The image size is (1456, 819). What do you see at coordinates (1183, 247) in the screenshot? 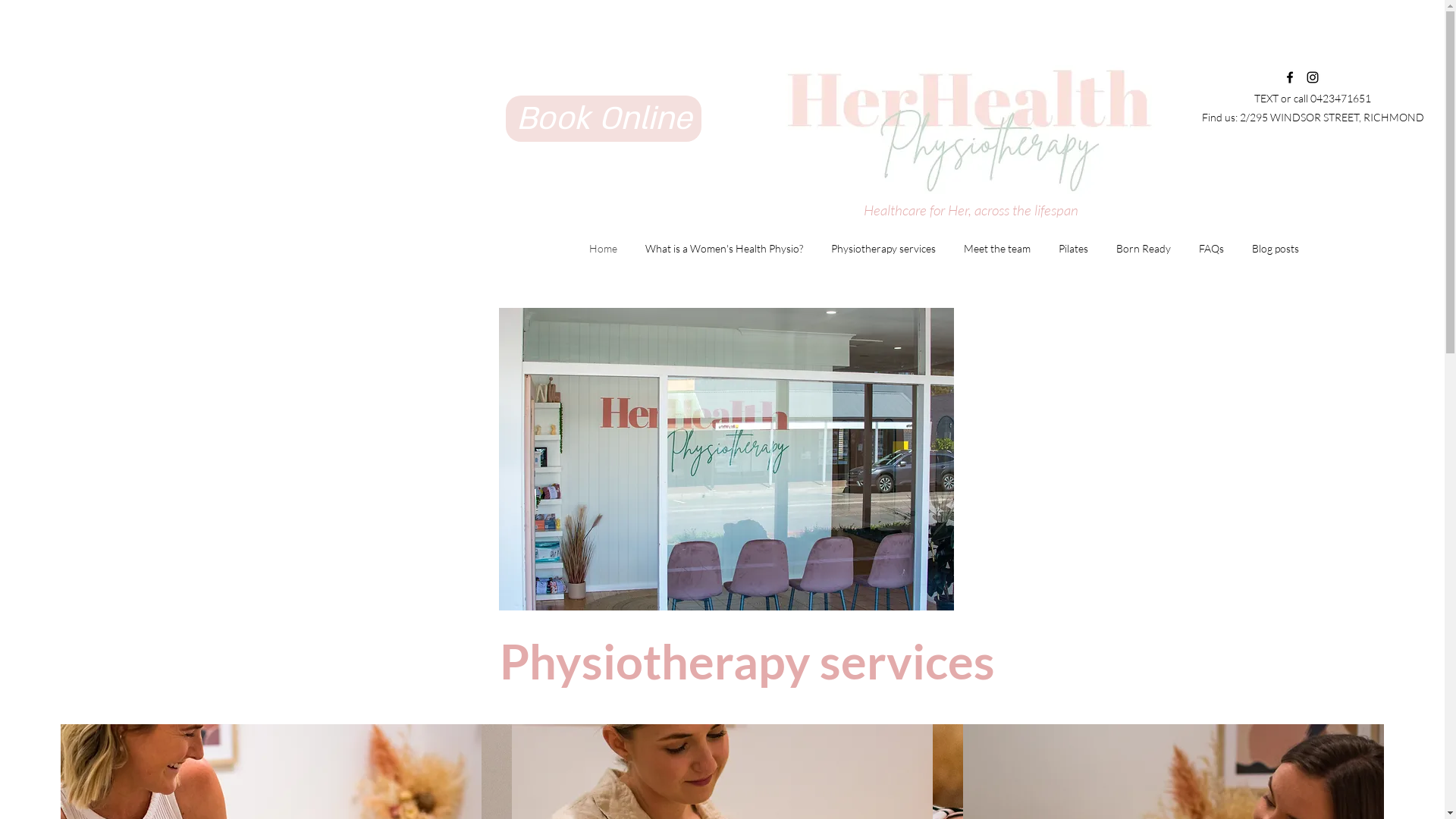
I see `'FAQs'` at bounding box center [1183, 247].